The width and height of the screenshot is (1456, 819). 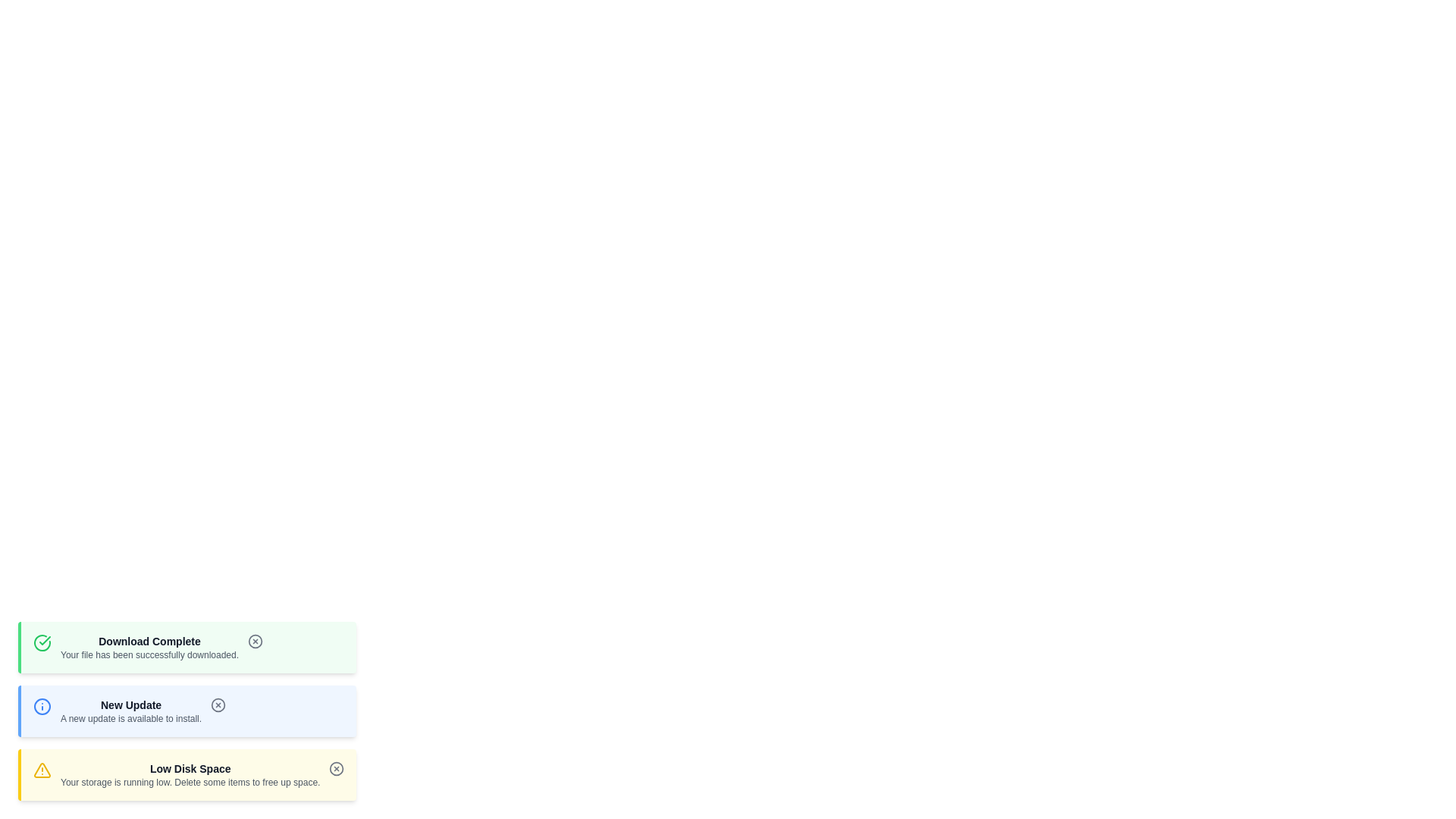 I want to click on the icon corresponding to the notification type warning, so click(x=42, y=770).